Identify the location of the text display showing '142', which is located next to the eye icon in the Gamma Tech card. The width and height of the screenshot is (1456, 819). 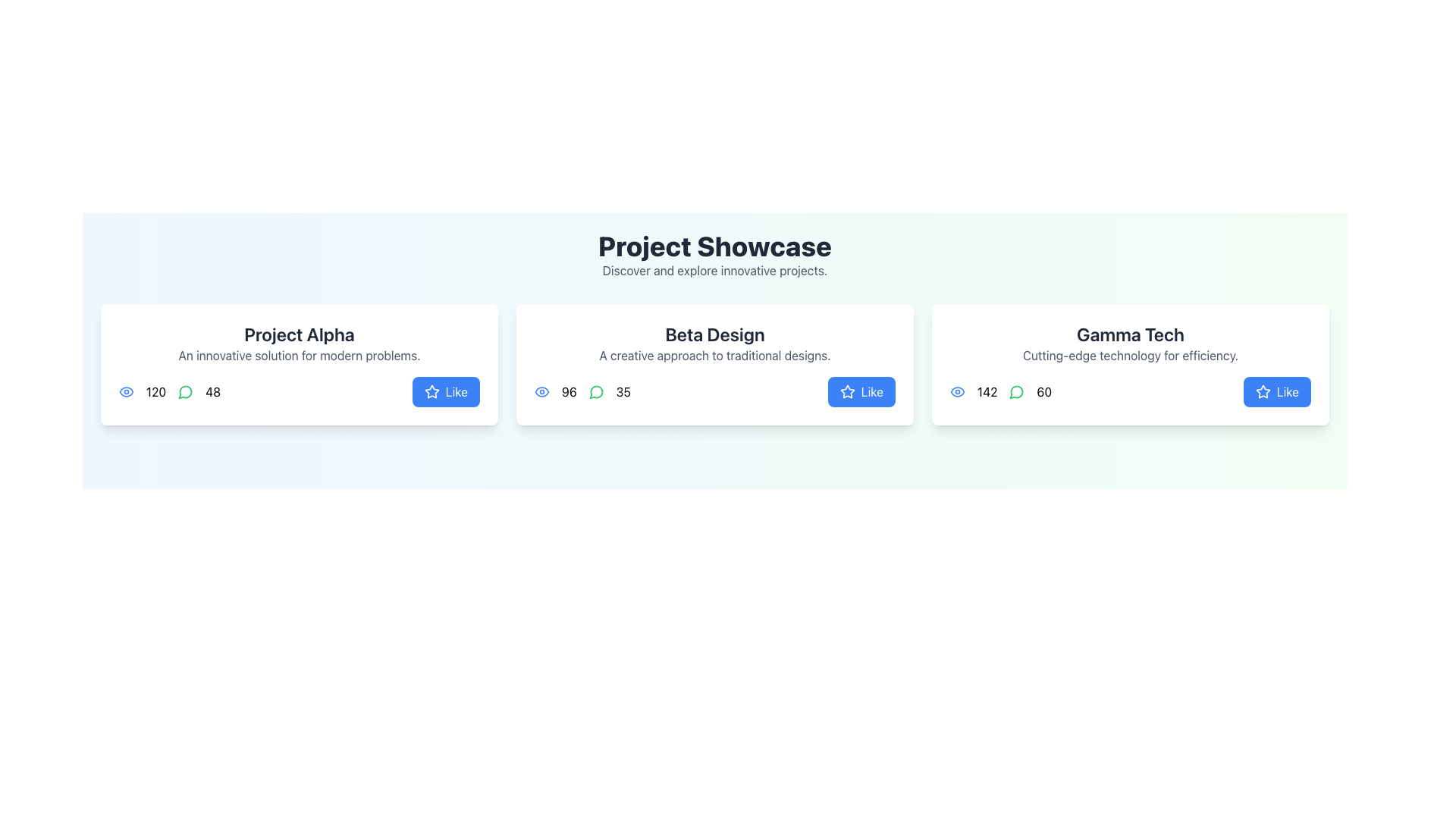
(987, 391).